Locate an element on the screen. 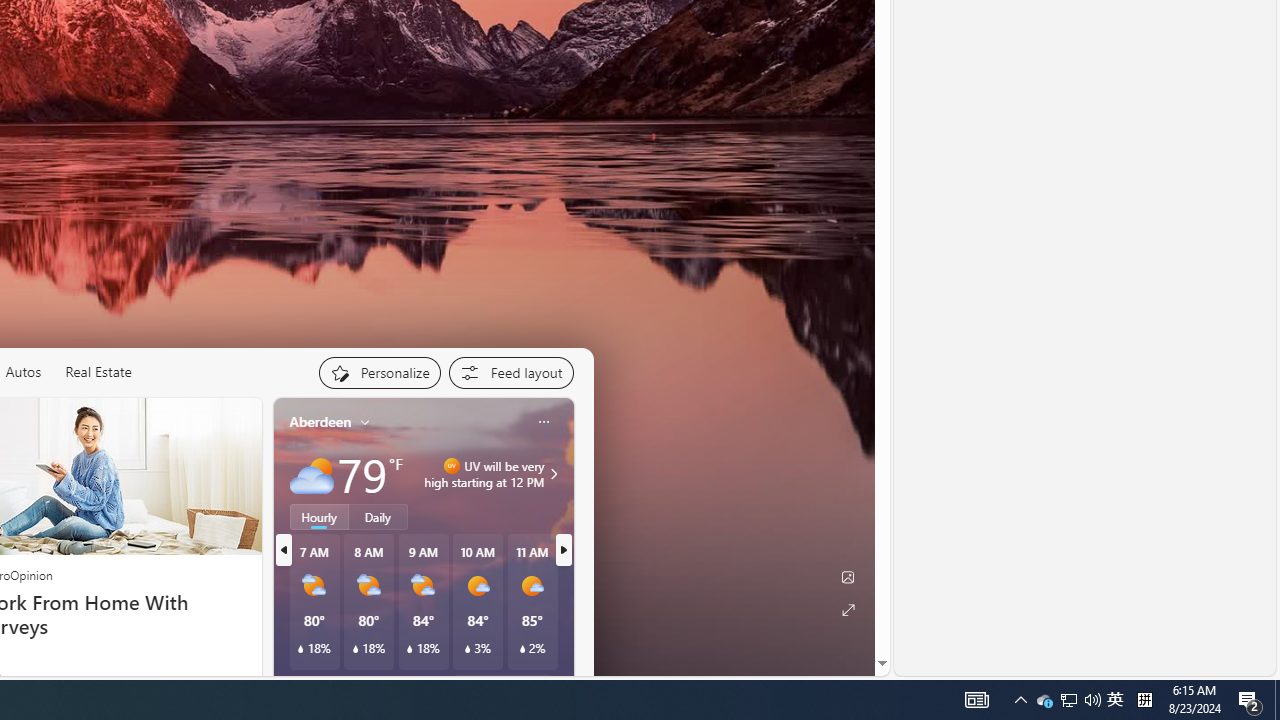 This screenshot has height=720, width=1280. 'Class: icon-img' is located at coordinates (543, 420).